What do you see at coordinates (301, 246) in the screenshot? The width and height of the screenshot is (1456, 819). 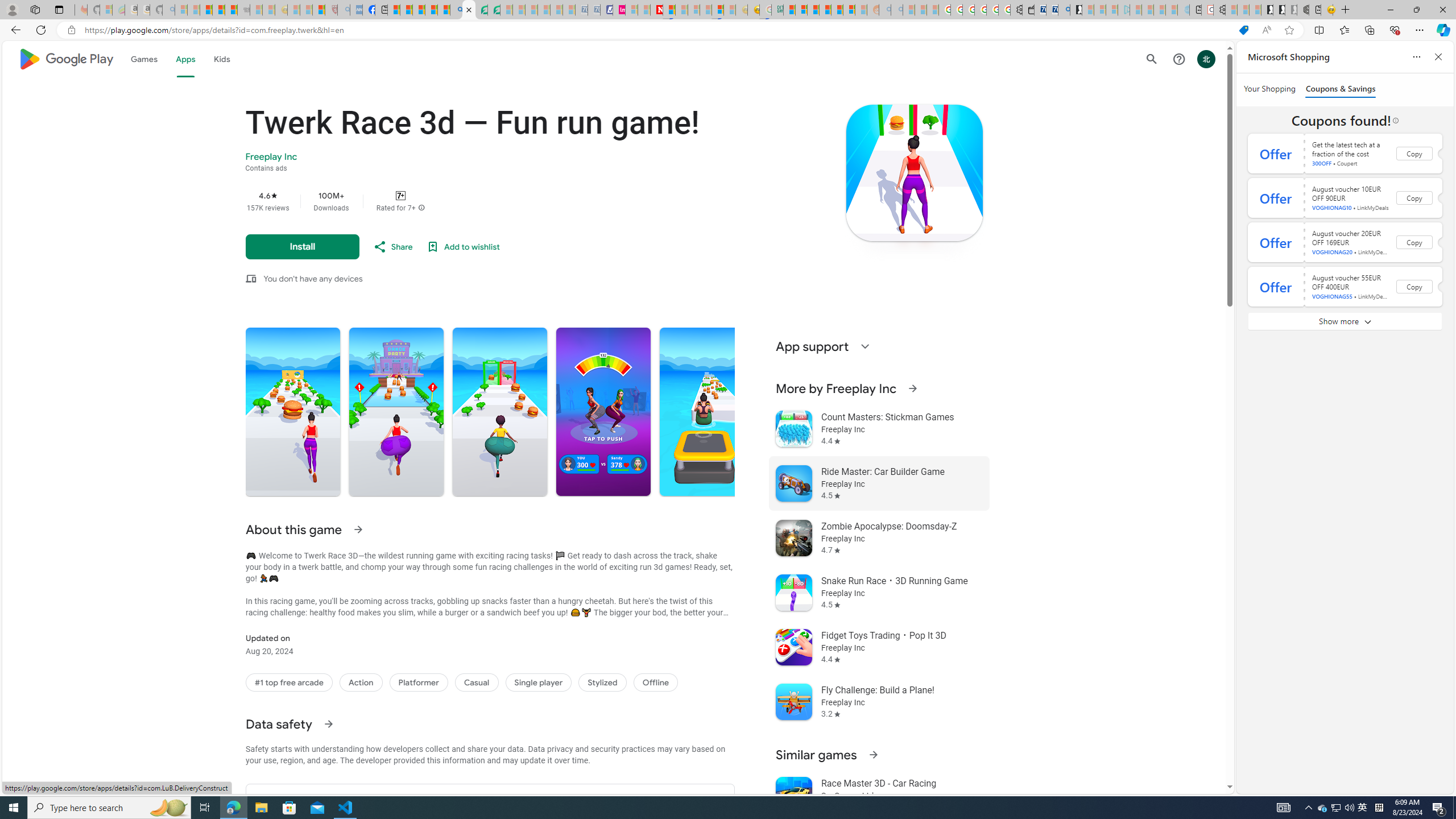 I see `'Install'` at bounding box center [301, 246].